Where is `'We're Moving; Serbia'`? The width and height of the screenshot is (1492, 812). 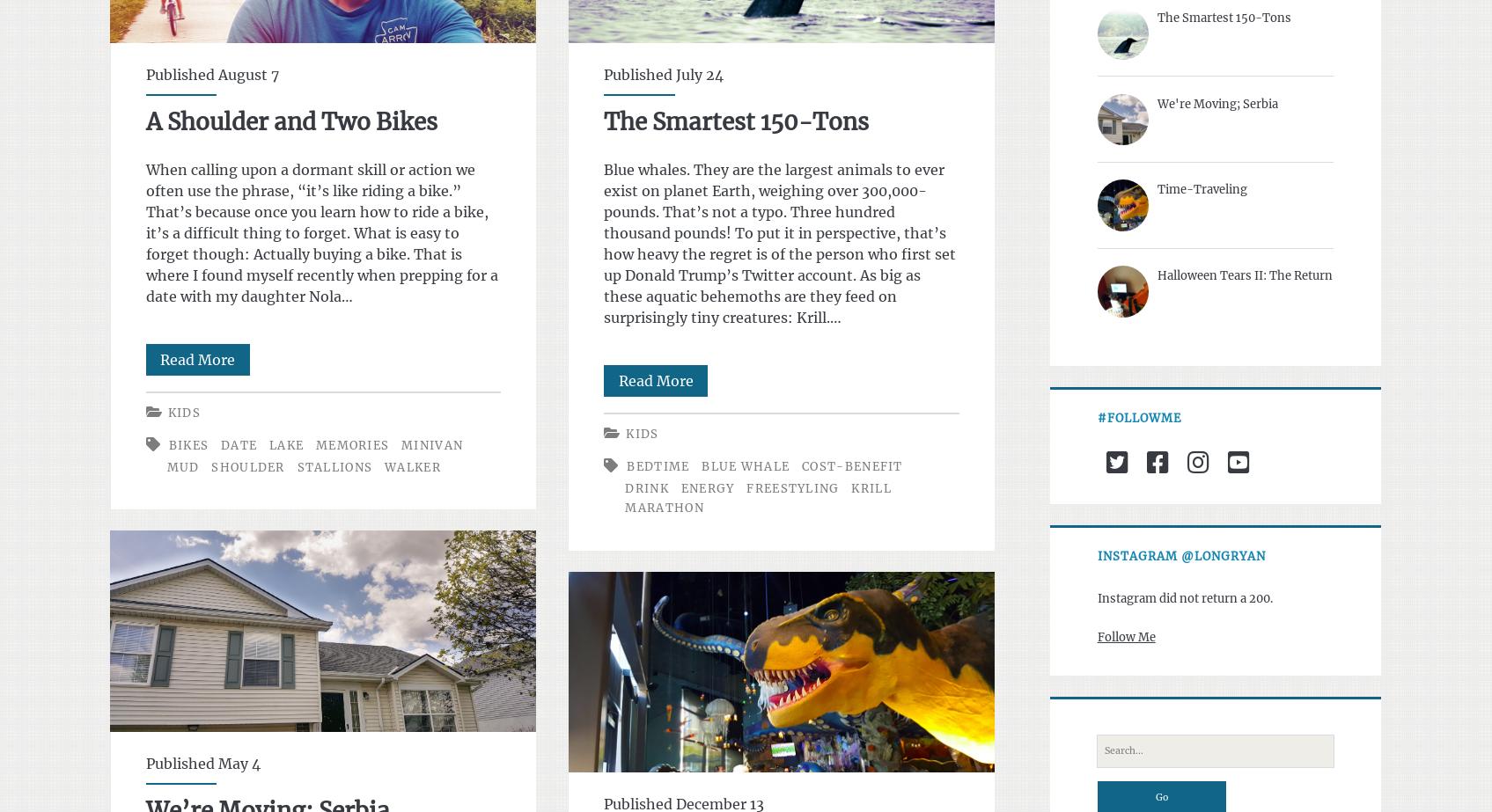 'We're Moving; Serbia' is located at coordinates (1216, 103).